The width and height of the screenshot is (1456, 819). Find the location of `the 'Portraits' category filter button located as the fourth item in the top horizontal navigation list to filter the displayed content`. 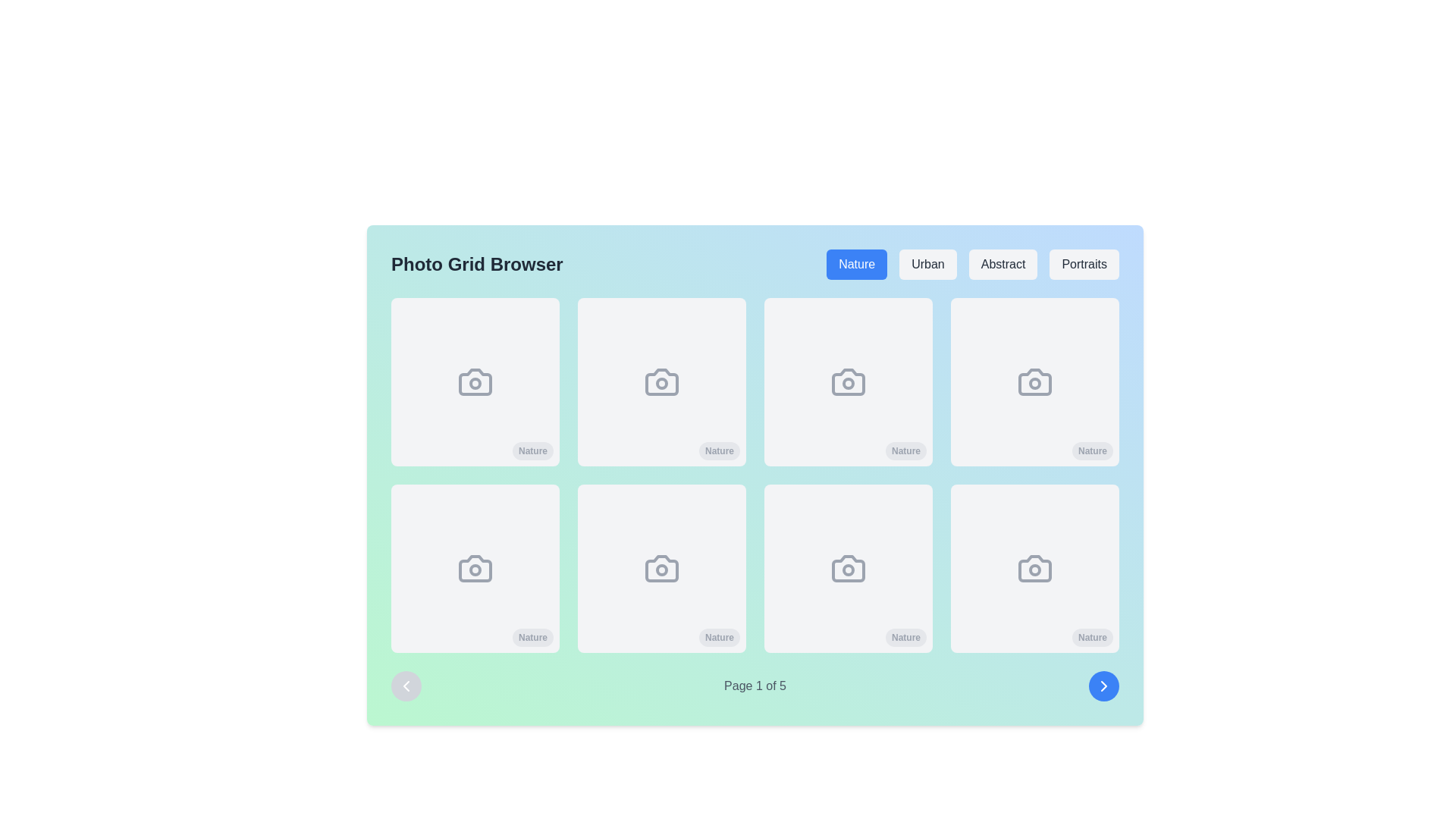

the 'Portraits' category filter button located as the fourth item in the top horizontal navigation list to filter the displayed content is located at coordinates (1084, 263).